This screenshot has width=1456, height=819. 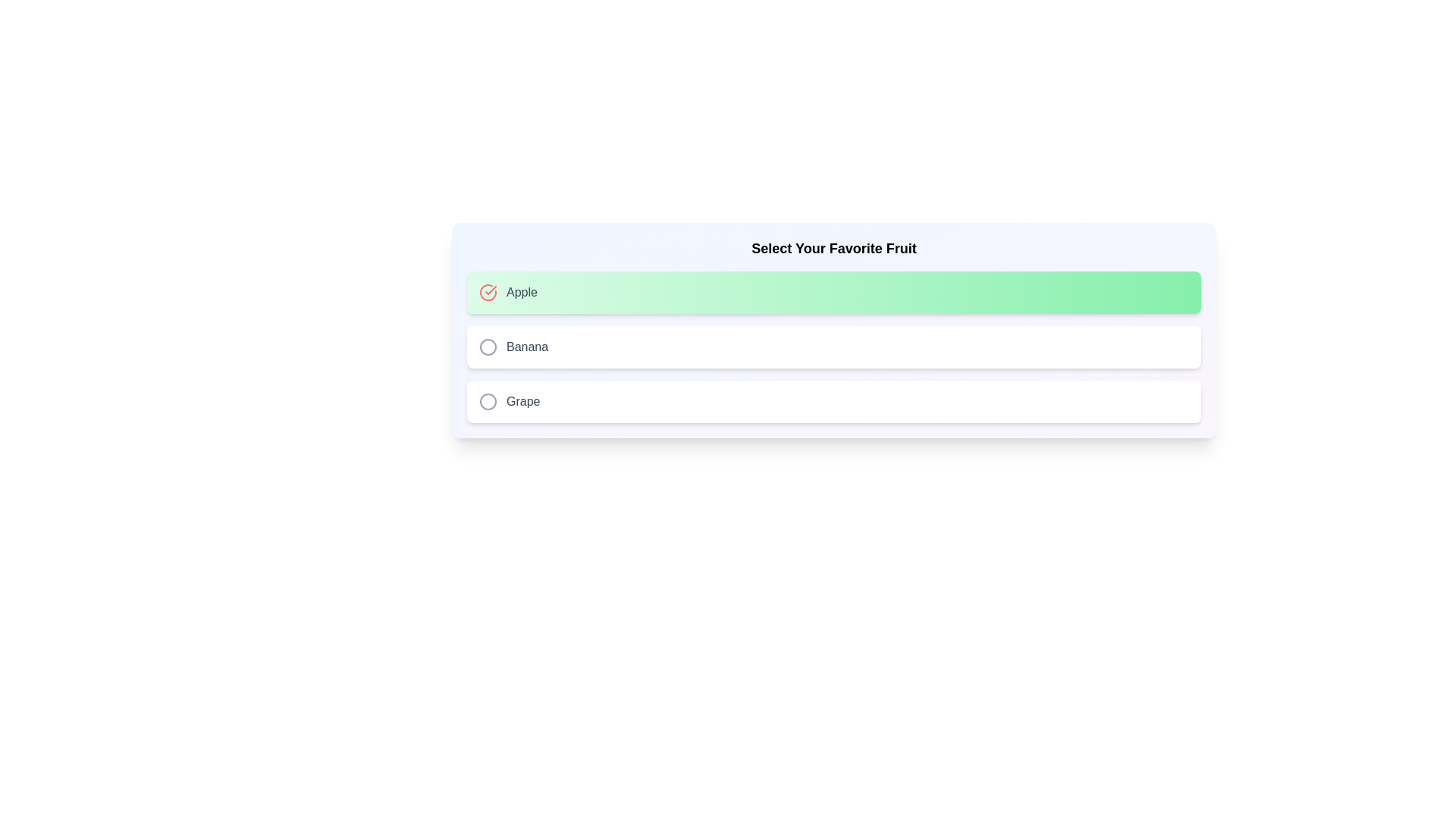 What do you see at coordinates (491, 290) in the screenshot?
I see `the arrow icon indicating that 'Apple' is the currently selected option in the vertical list of favorite fruits` at bounding box center [491, 290].